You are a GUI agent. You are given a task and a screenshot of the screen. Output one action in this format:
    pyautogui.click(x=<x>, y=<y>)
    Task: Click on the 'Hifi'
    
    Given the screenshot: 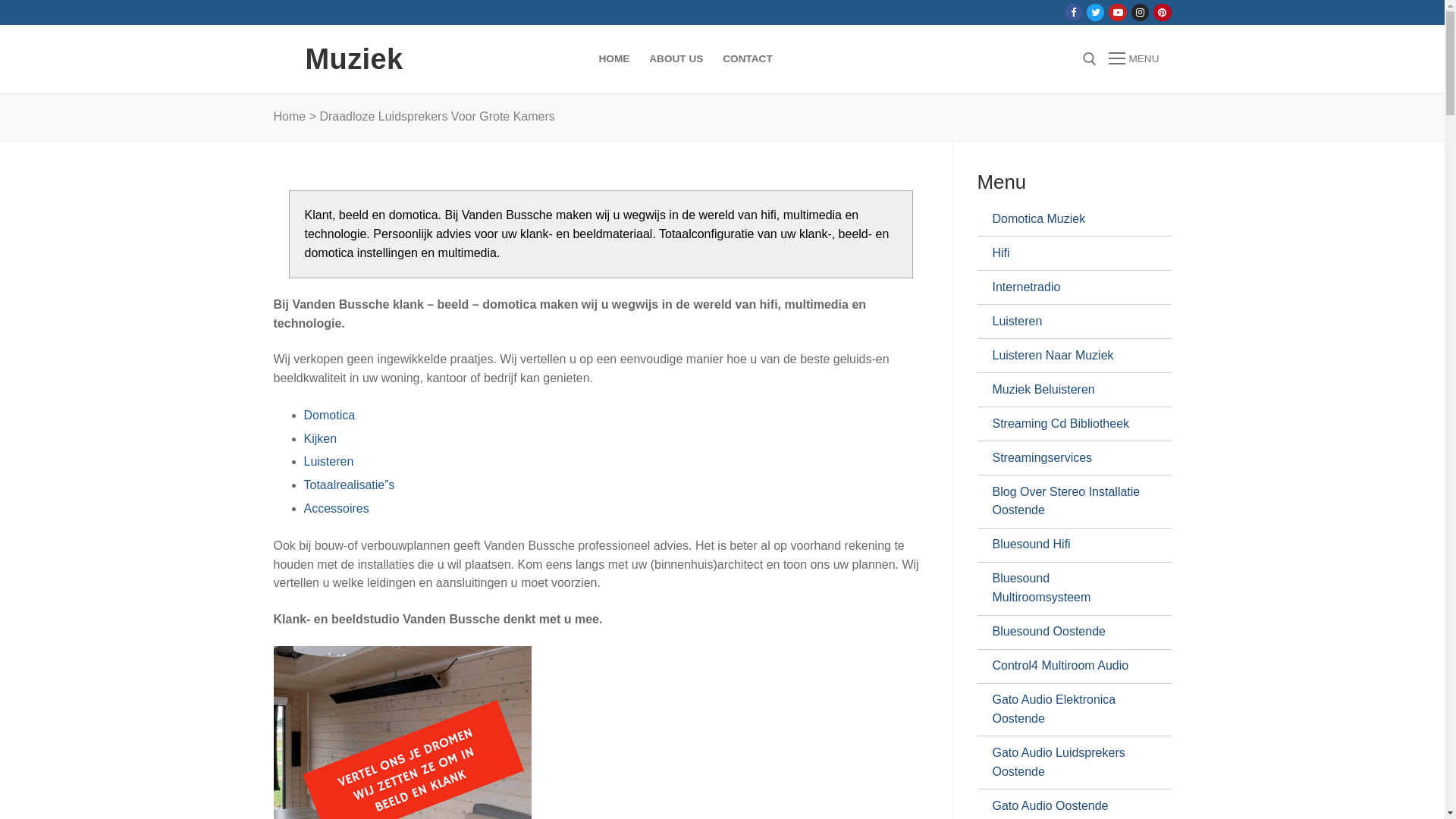 What is the action you would take?
    pyautogui.click(x=1066, y=253)
    